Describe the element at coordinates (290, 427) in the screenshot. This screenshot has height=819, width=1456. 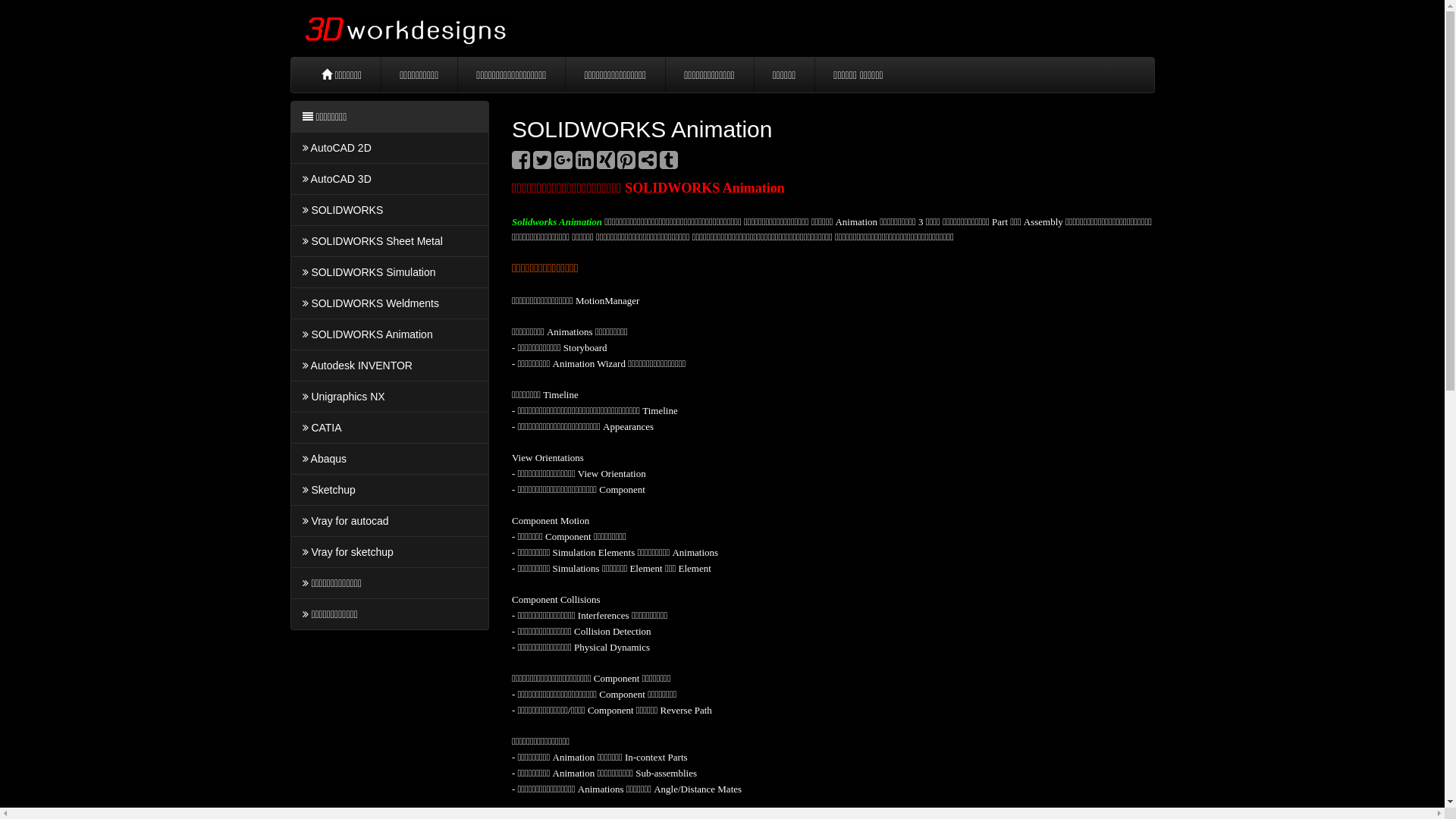
I see `'CATIA'` at that location.